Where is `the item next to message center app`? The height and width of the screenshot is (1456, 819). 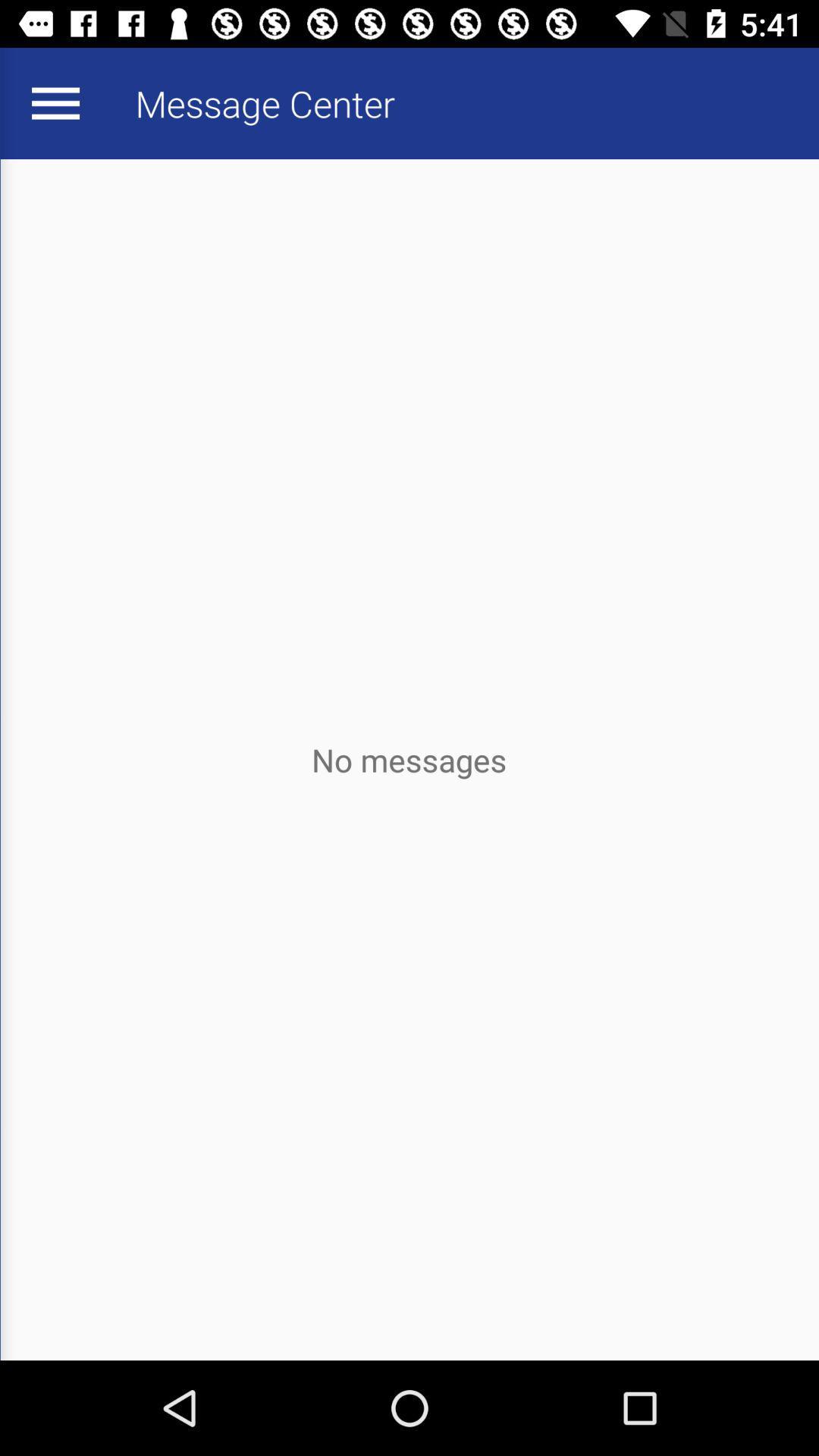 the item next to message center app is located at coordinates (55, 102).